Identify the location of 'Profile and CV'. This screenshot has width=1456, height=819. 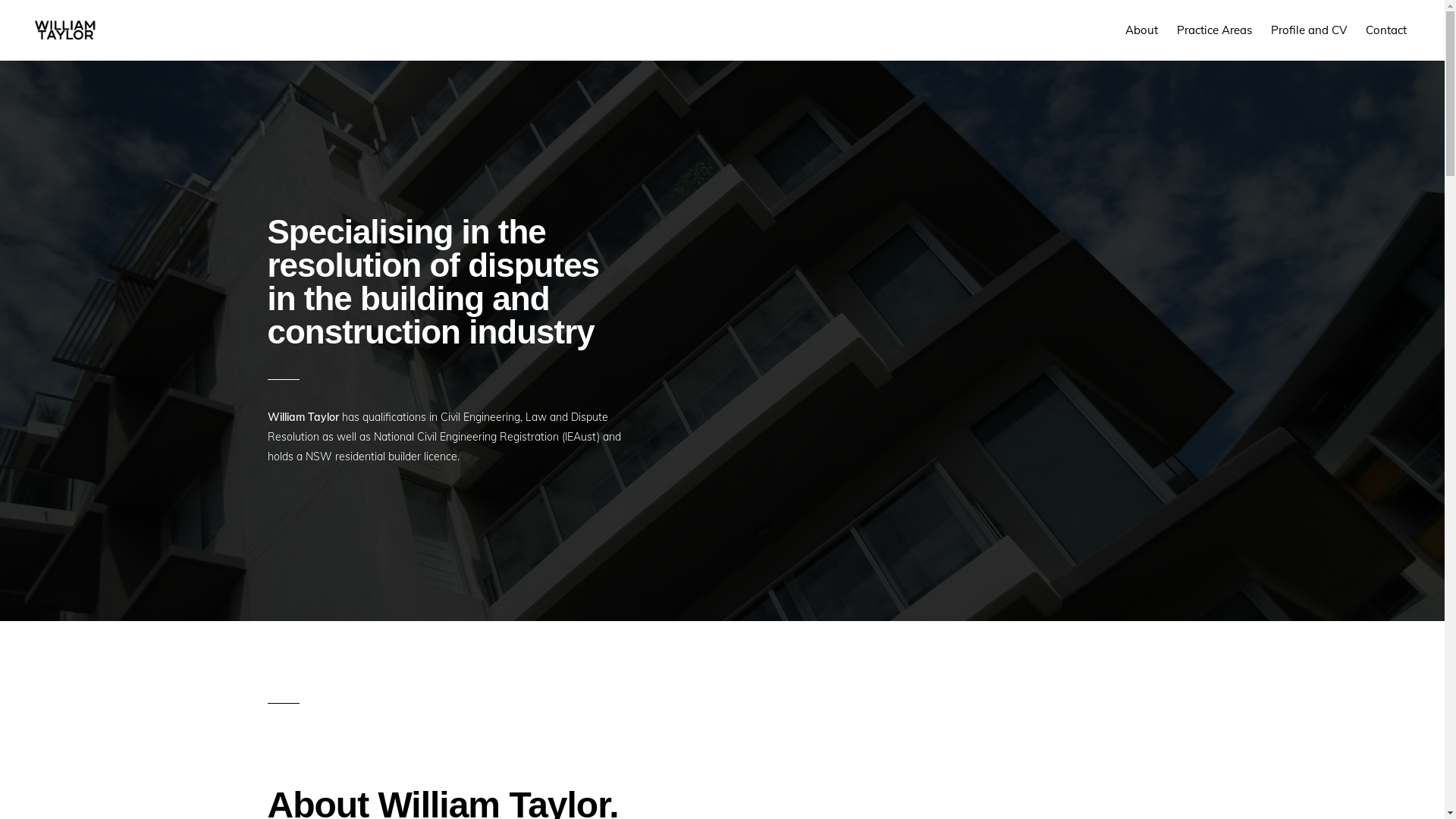
(1308, 30).